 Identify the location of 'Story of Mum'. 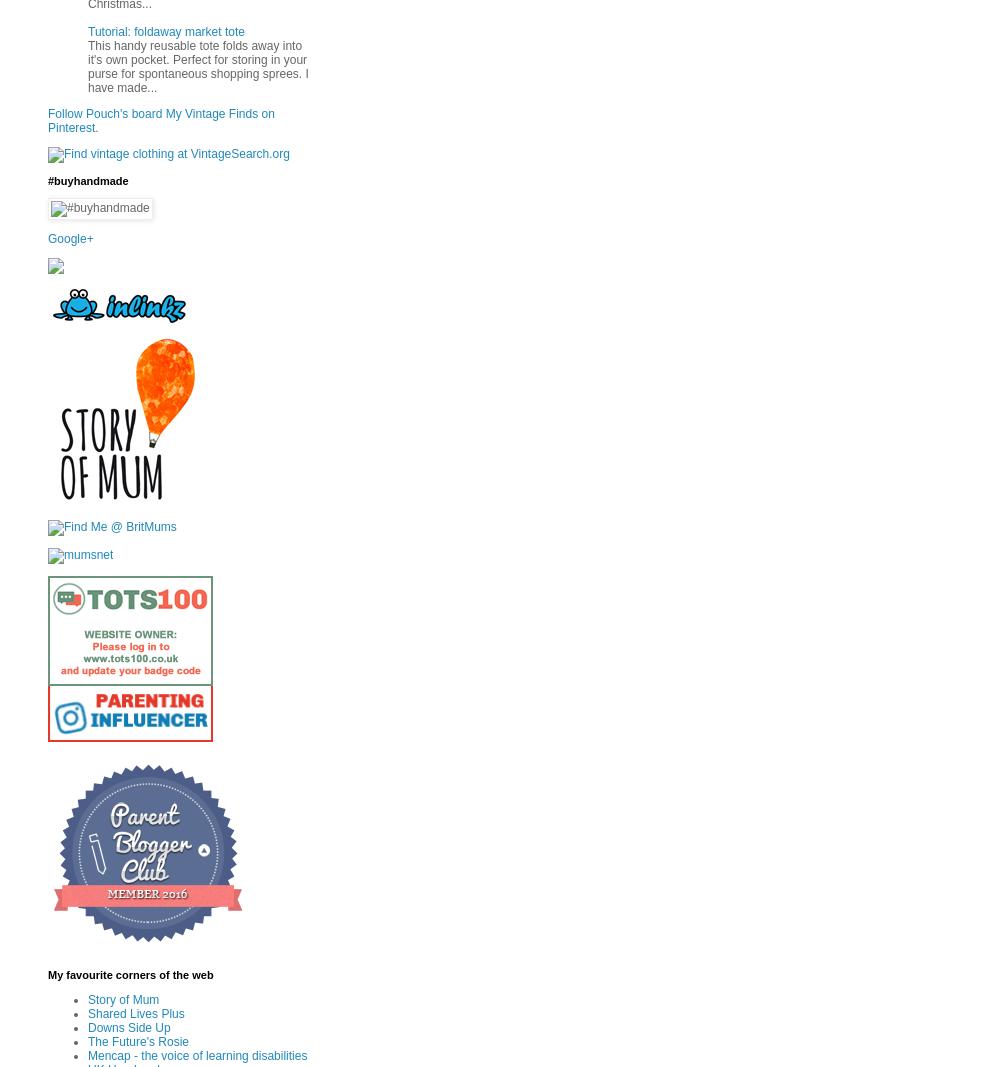
(123, 999).